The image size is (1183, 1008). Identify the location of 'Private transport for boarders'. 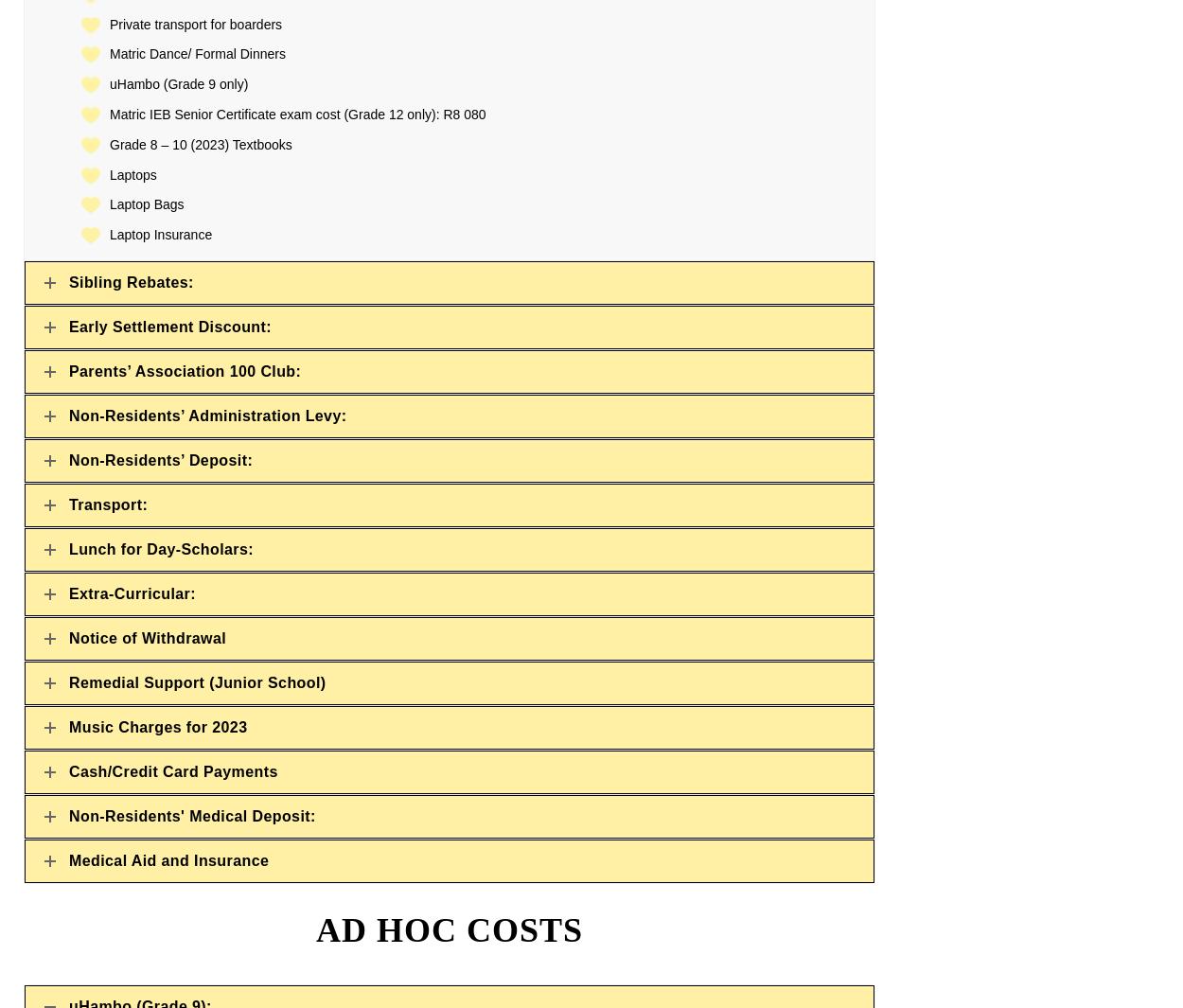
(108, 23).